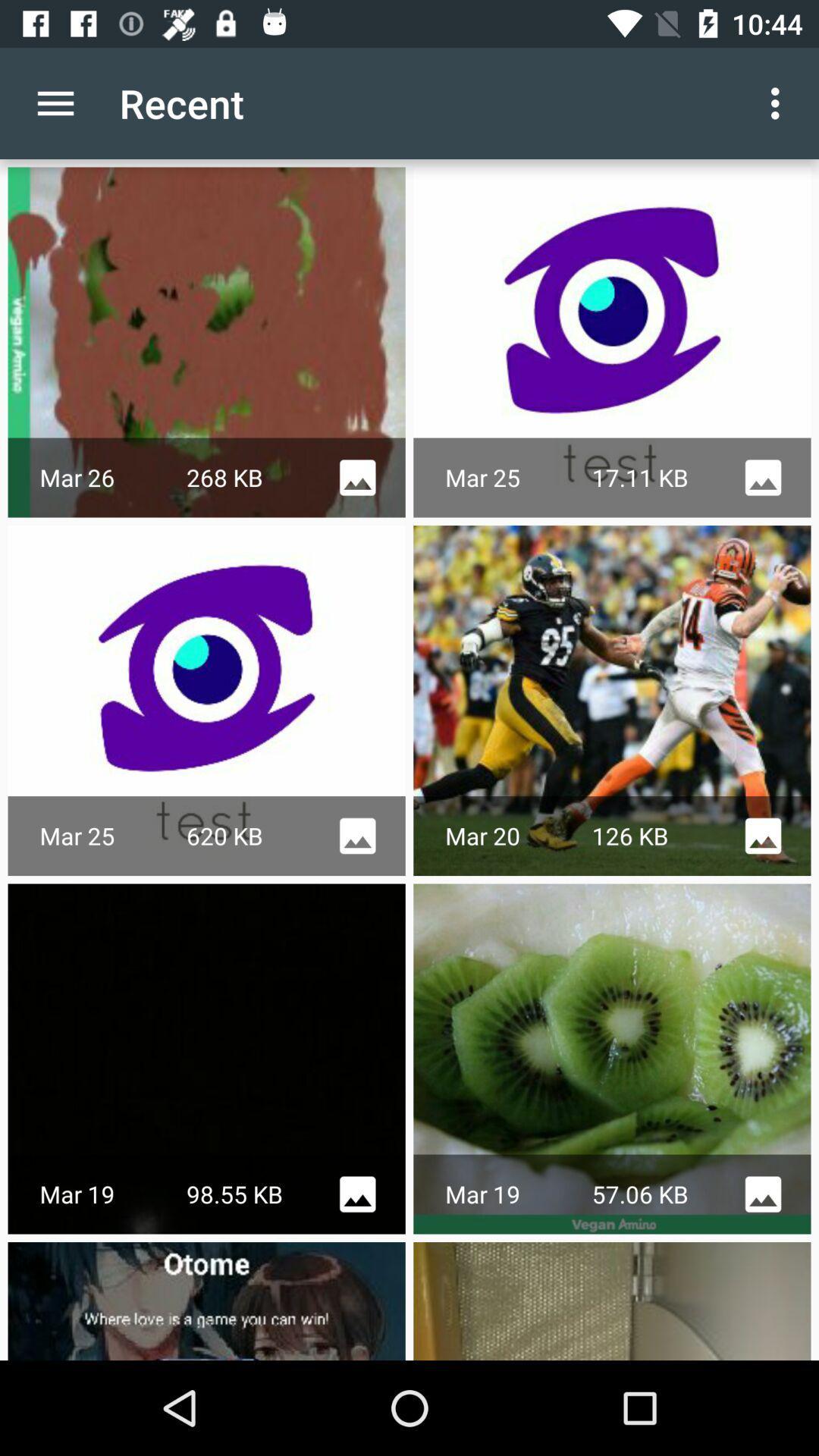 Image resolution: width=819 pixels, height=1456 pixels. Describe the element at coordinates (55, 102) in the screenshot. I see `the icon to the left of the recent icon` at that location.